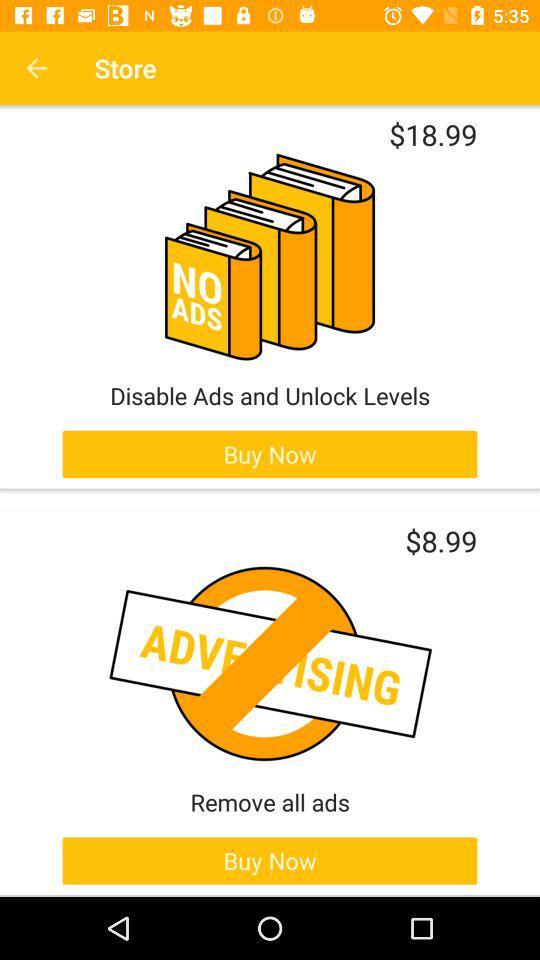 The height and width of the screenshot is (960, 540). I want to click on the icon next to the store icon, so click(36, 68).